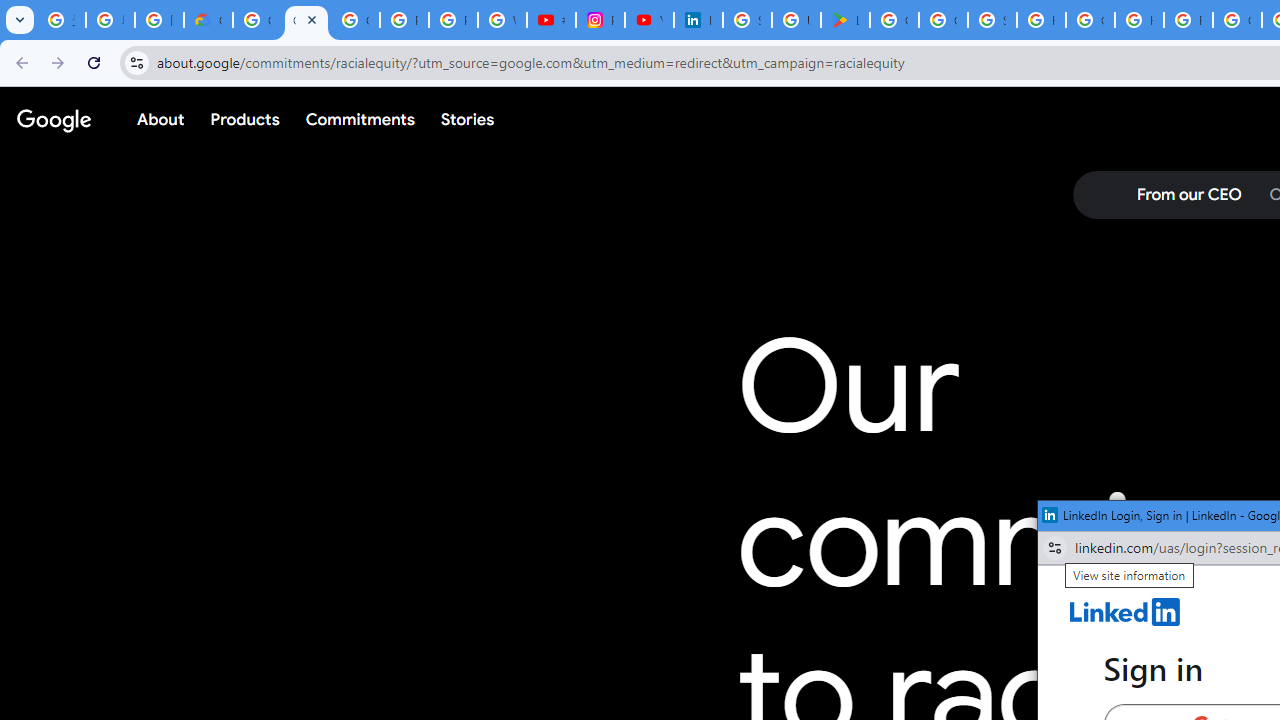  I want to click on 'AutomationID: linkedin-logo', so click(1125, 611).